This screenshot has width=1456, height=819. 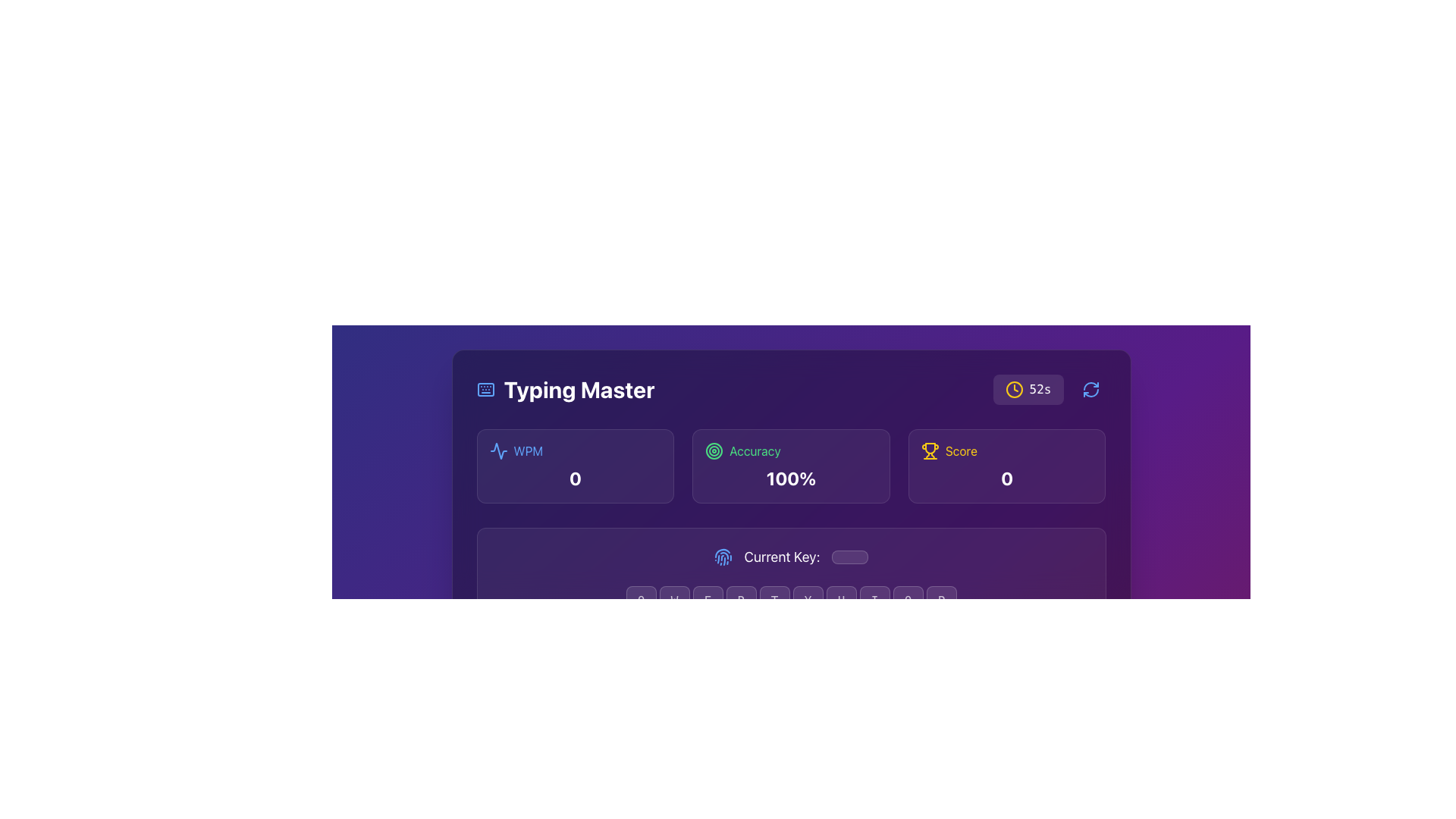 What do you see at coordinates (960, 450) in the screenshot?
I see `the 'Score' text label, which is displayed in yellow font on a dark purple background, located in the top-right corner of a dashboard section` at bounding box center [960, 450].